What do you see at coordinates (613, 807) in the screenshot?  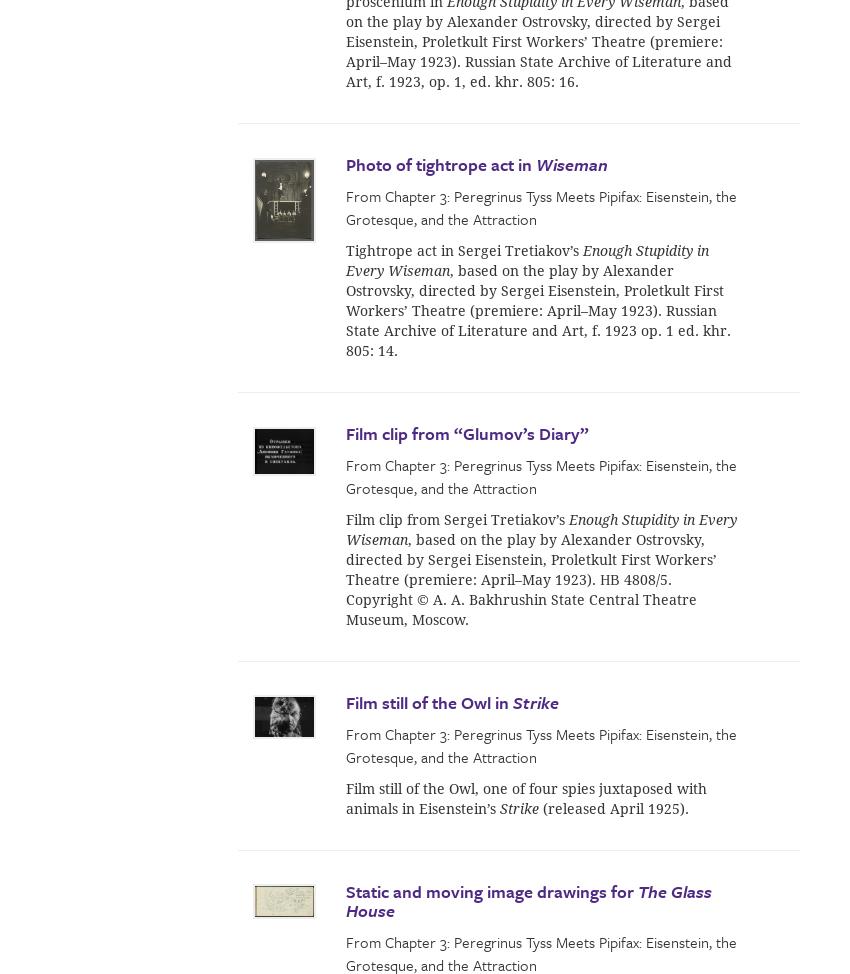 I see `'(released April 1925).'` at bounding box center [613, 807].